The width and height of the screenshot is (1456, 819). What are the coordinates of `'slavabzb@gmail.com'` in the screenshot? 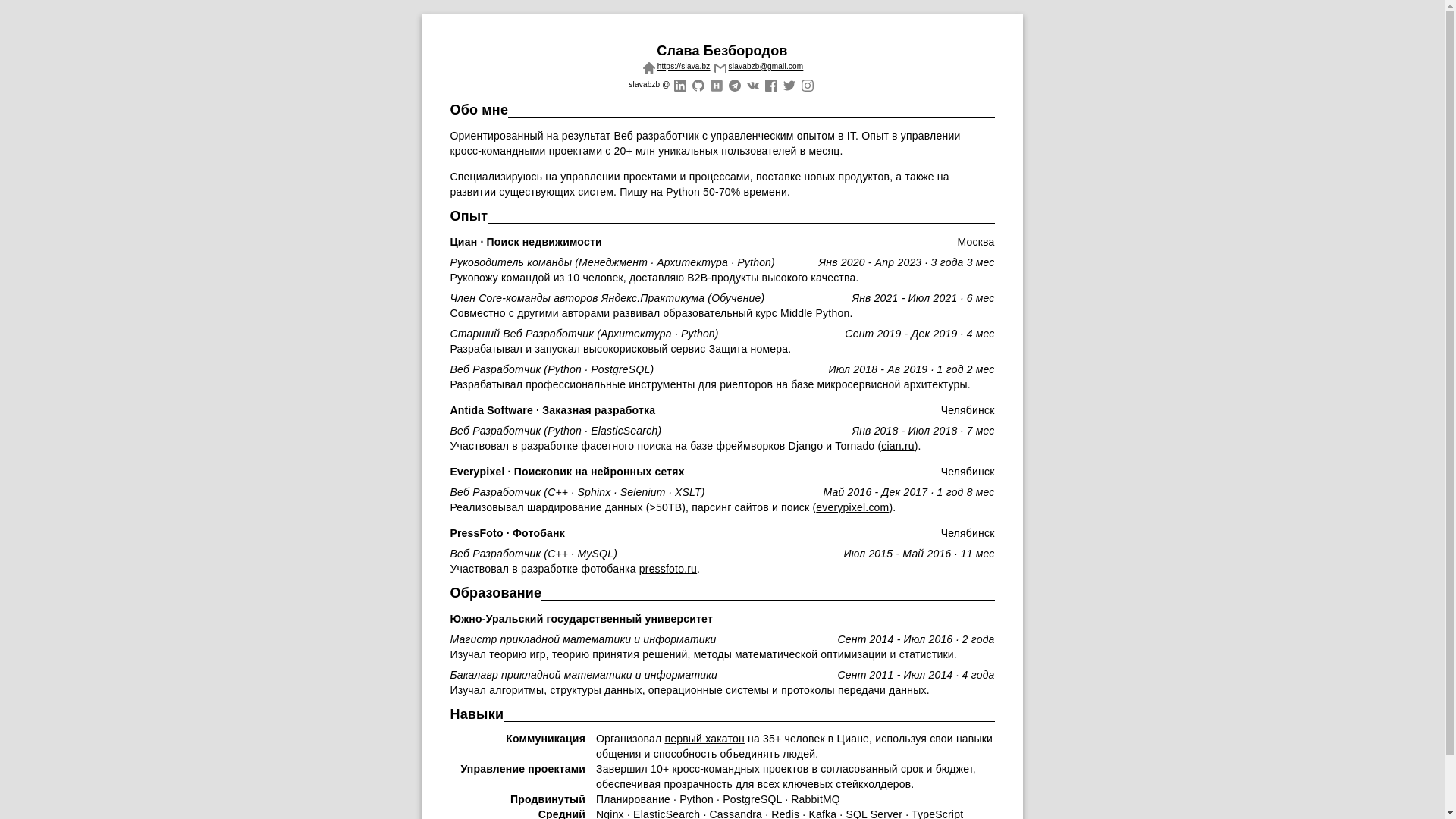 It's located at (757, 65).